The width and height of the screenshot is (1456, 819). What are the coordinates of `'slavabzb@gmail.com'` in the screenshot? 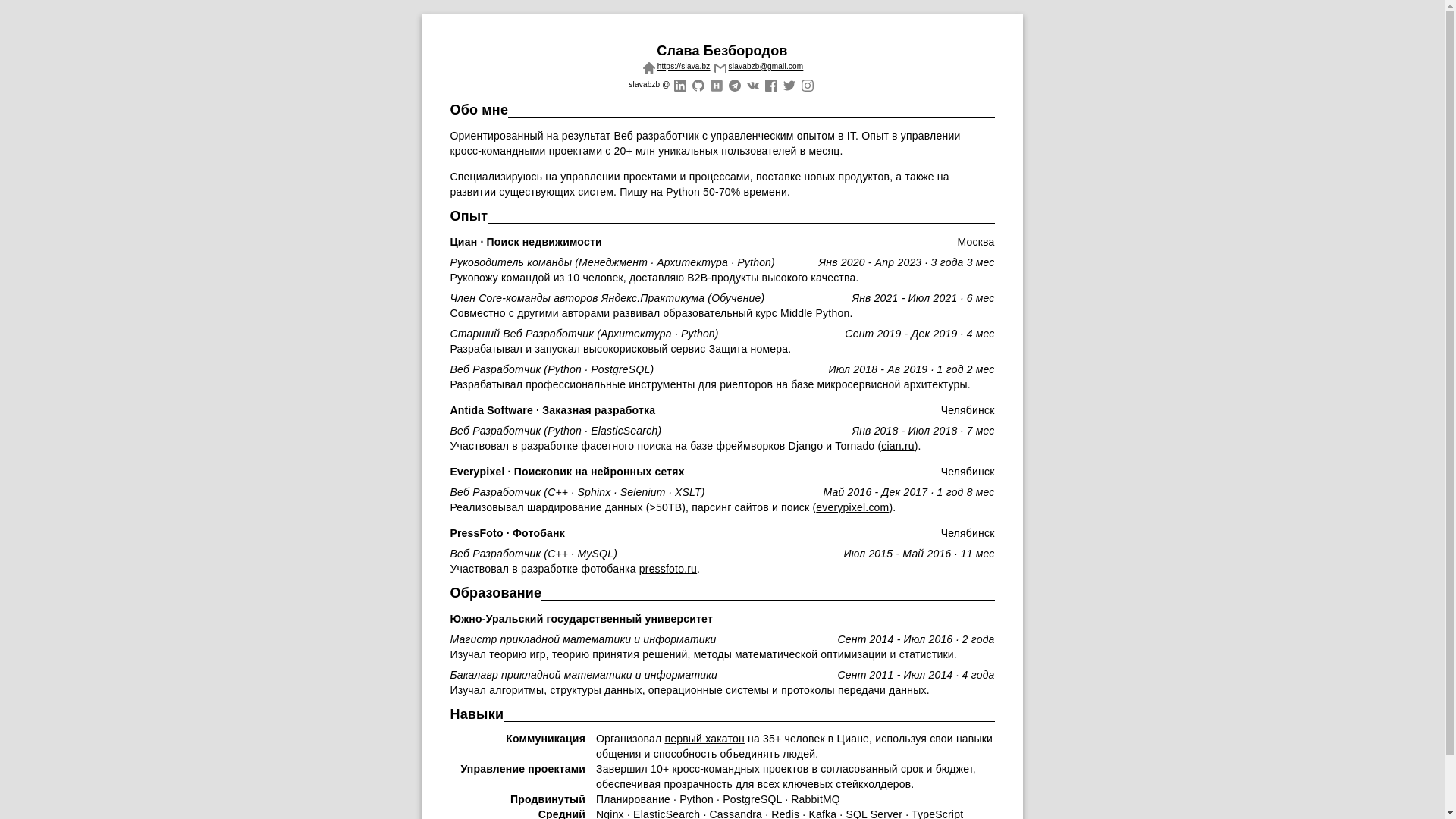 It's located at (757, 65).